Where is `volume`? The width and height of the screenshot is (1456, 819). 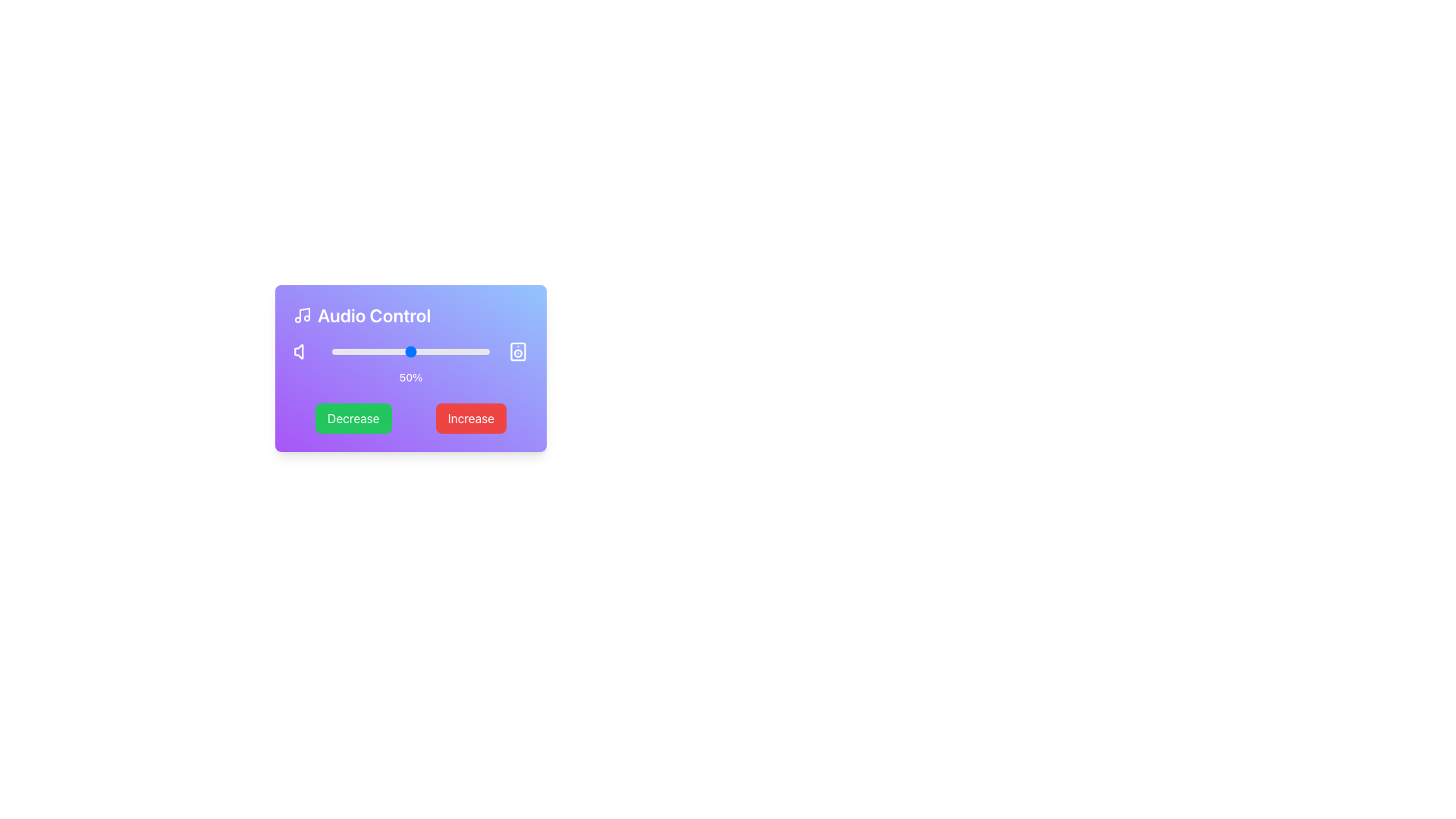
volume is located at coordinates (434, 351).